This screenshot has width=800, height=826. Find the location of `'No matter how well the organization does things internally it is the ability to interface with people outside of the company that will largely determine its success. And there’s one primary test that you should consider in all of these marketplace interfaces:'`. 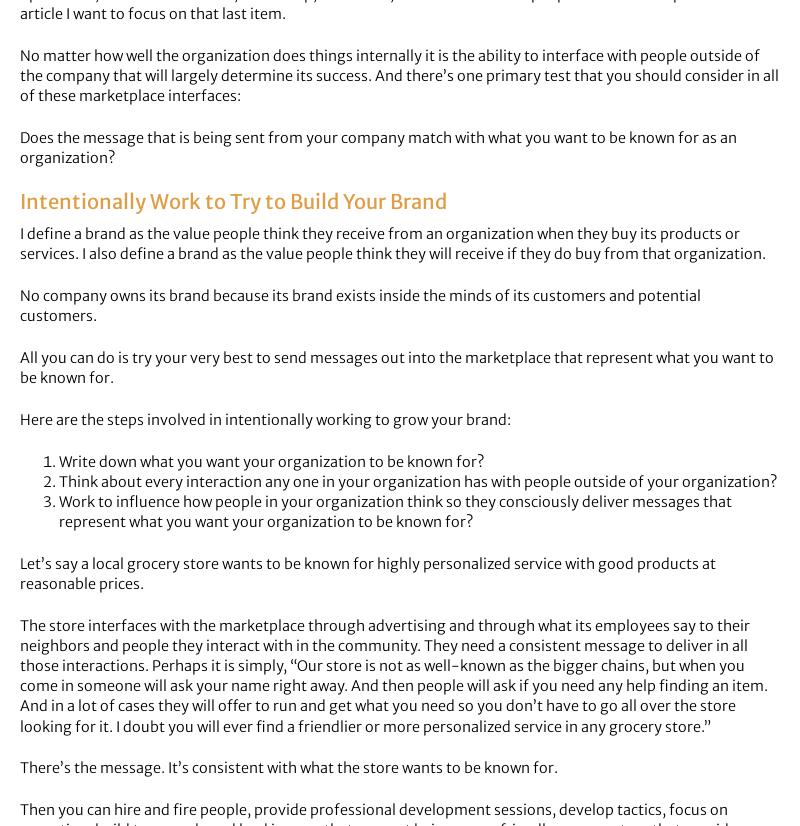

'No matter how well the organization does things internally it is the ability to interface with people outside of the company that will largely determine its success. And there’s one primary test that you should consider in all of these marketplace interfaces:' is located at coordinates (398, 75).